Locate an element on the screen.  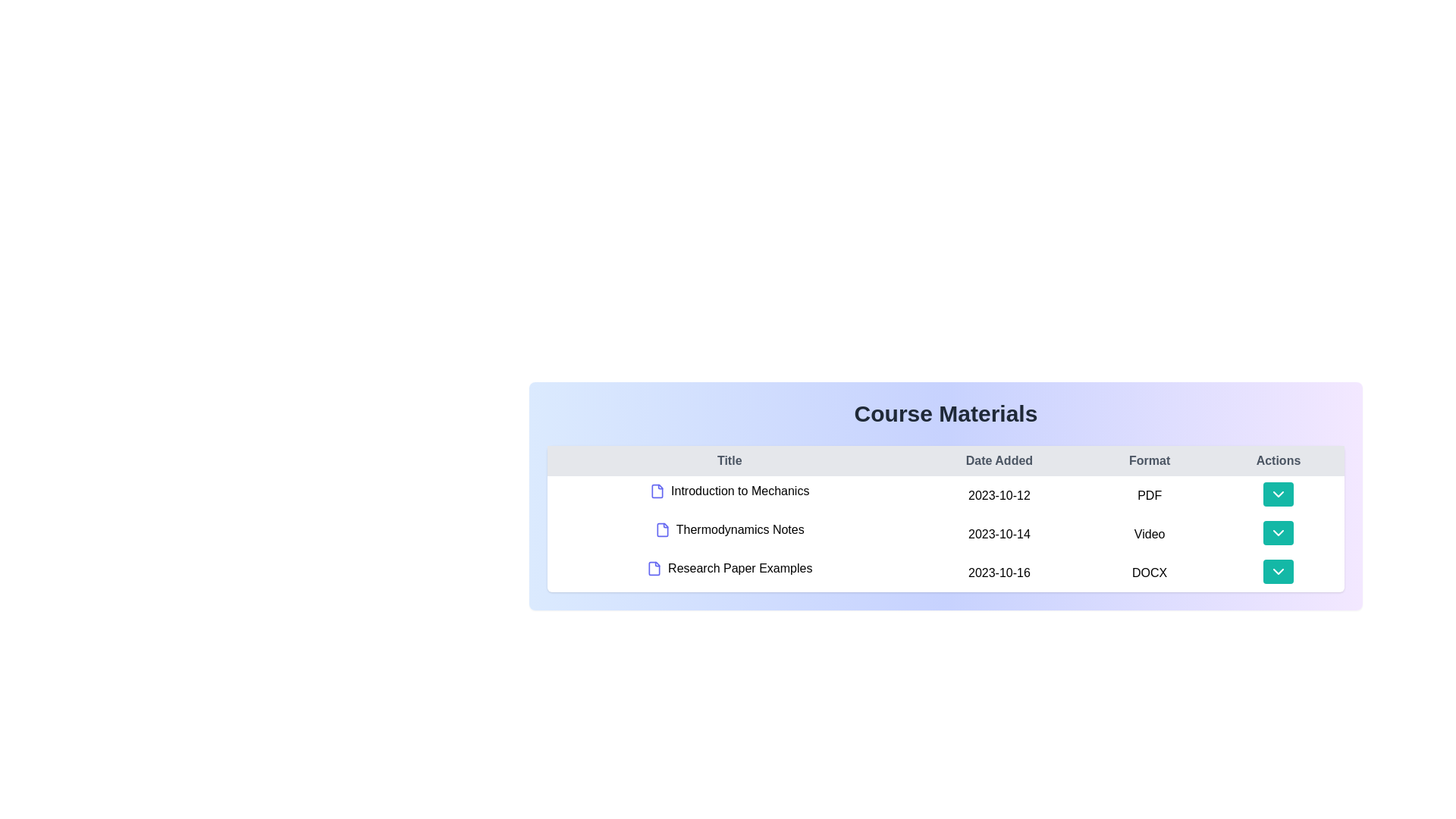
text from the Label indicating the file format in the 'Format' column of the table under the 'Research Paper Examples' row is located at coordinates (1150, 573).